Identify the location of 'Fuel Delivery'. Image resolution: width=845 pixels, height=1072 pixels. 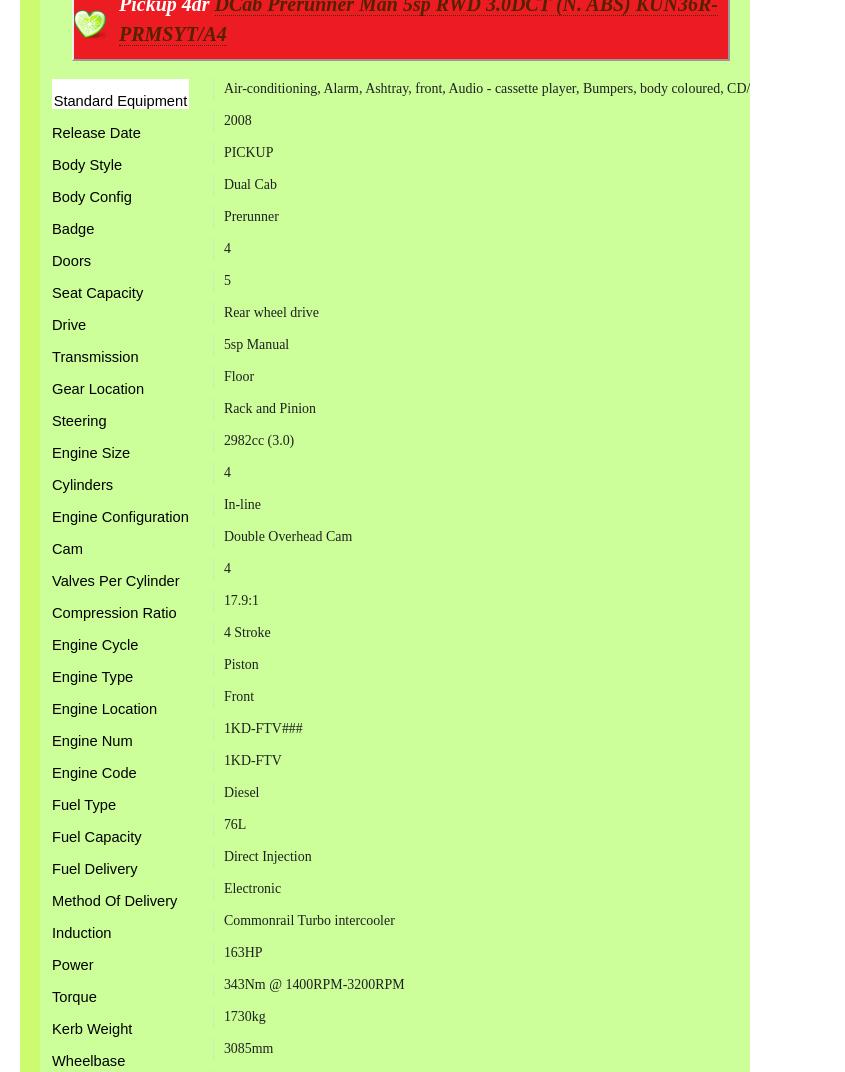
(94, 867).